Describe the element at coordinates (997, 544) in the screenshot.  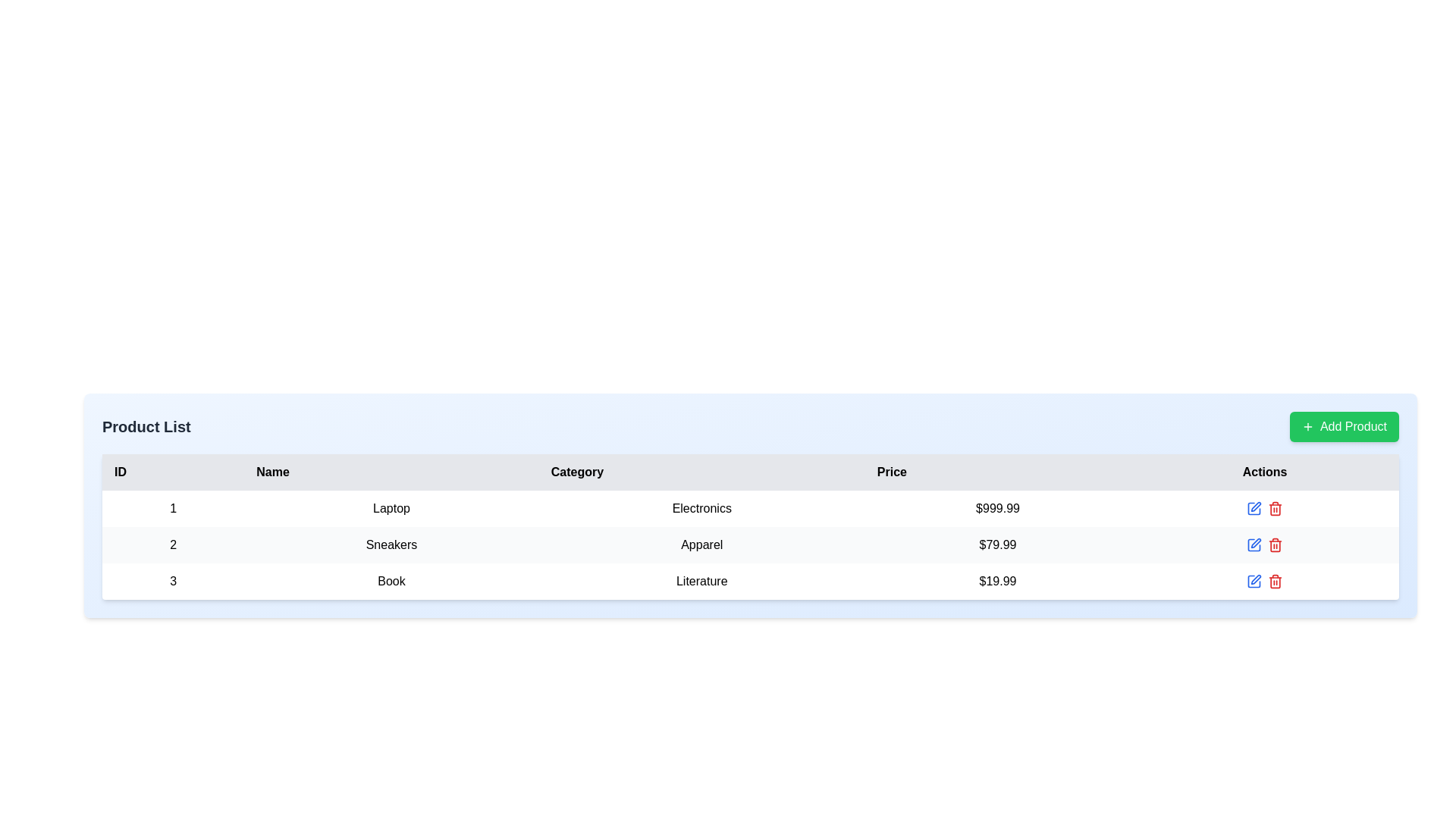
I see `the stylized text displaying '$79.99' in black font, located in the fourth column of the second row of the table indicating the price for 'Sneakers' in the 'Apparel' category` at that location.